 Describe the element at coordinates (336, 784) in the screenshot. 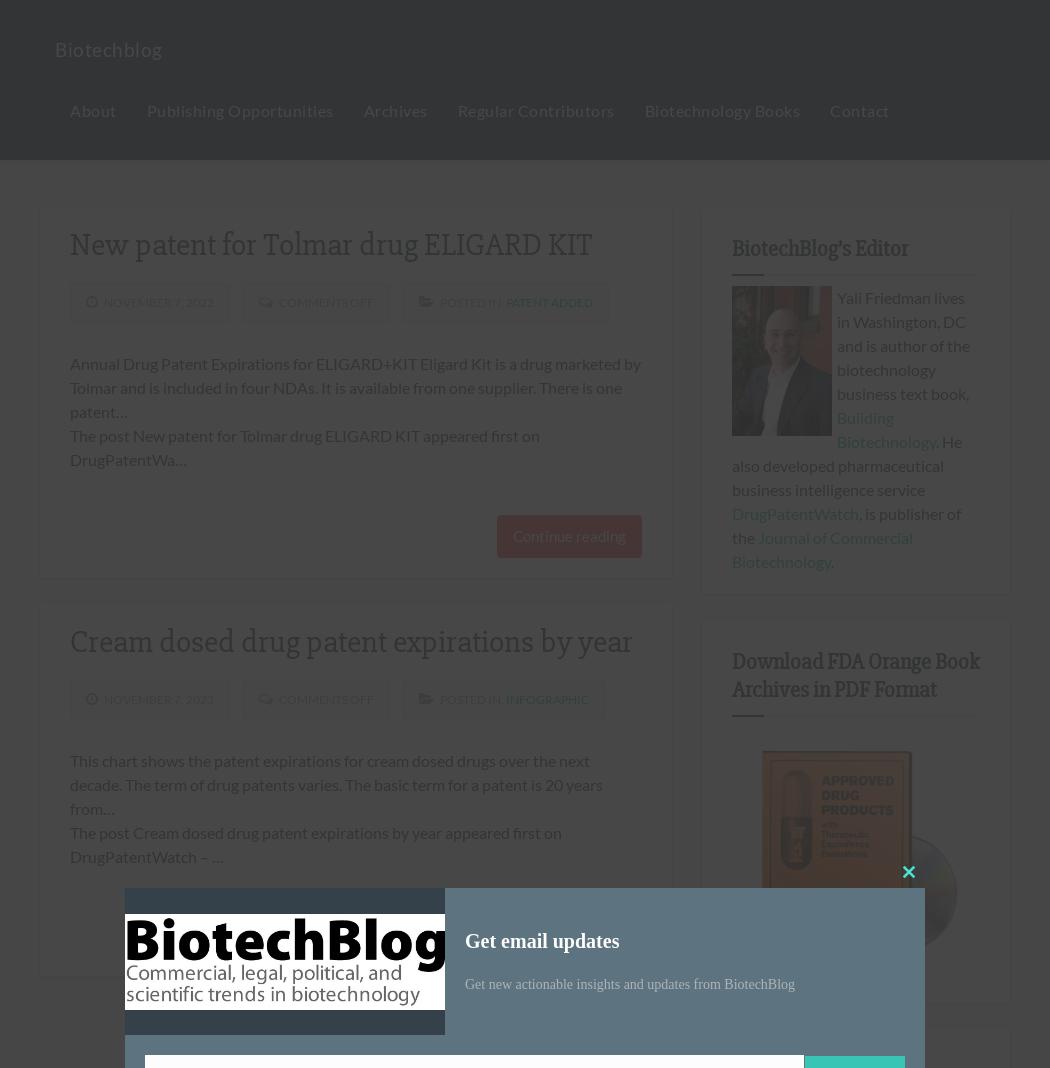

I see `'This chart shows the patent expirations for cream dosed drugs over the next decade. The term of drug patents varies. The basic term for a patent is 20 years from…'` at that location.